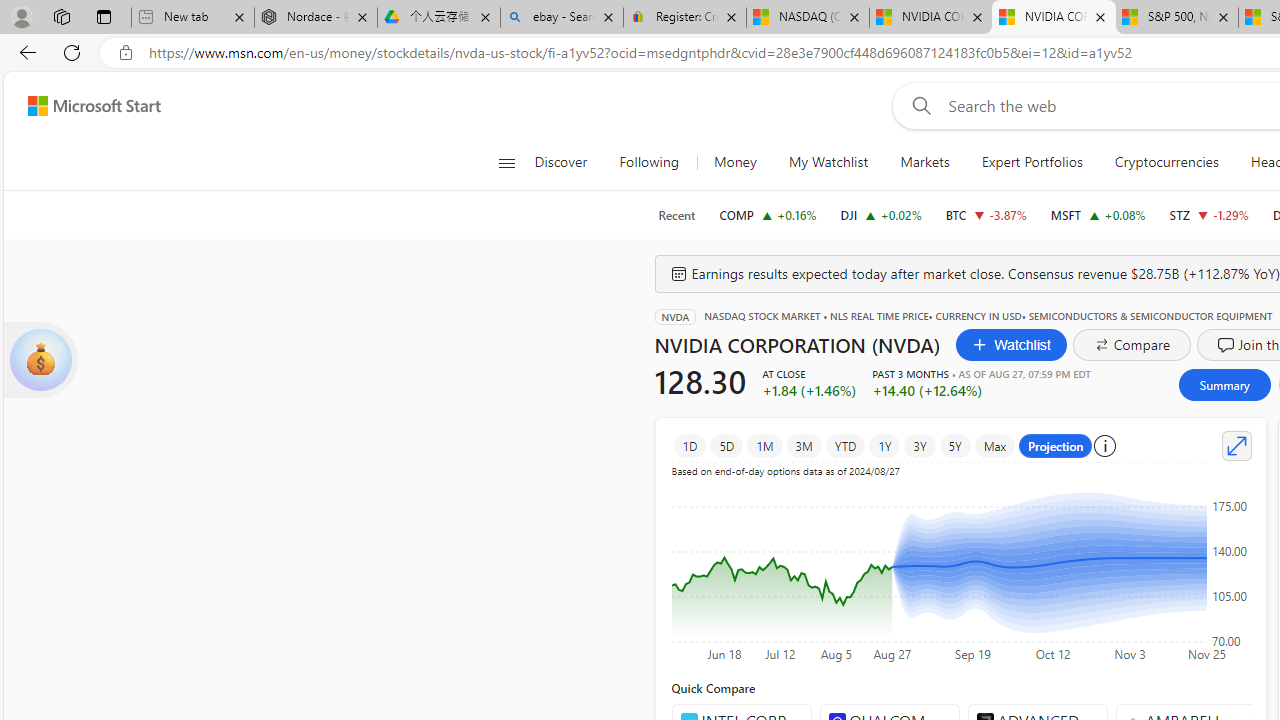 The height and width of the screenshot is (720, 1280). Describe the element at coordinates (884, 445) in the screenshot. I see `'1Y'` at that location.